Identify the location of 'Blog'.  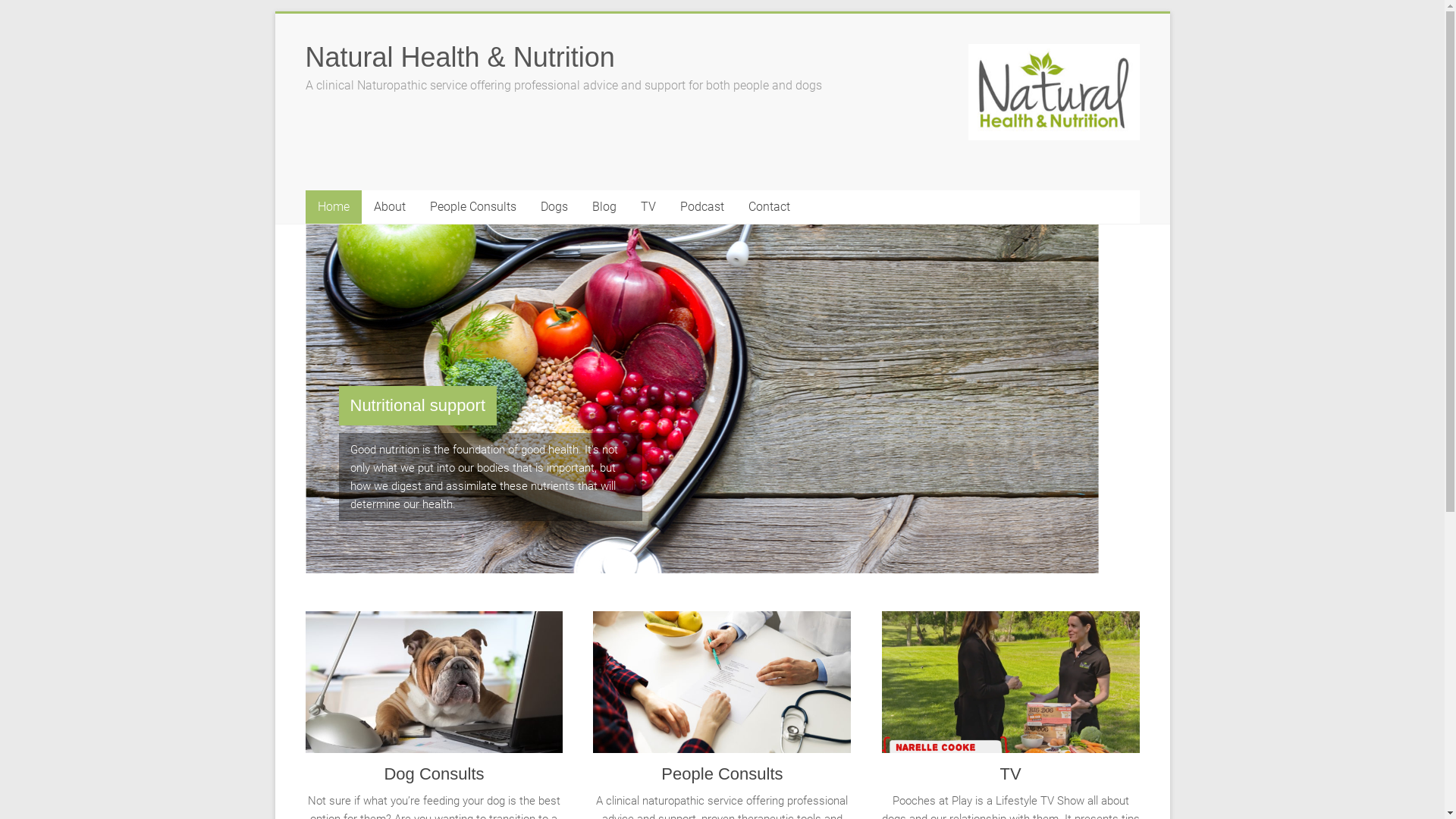
(603, 207).